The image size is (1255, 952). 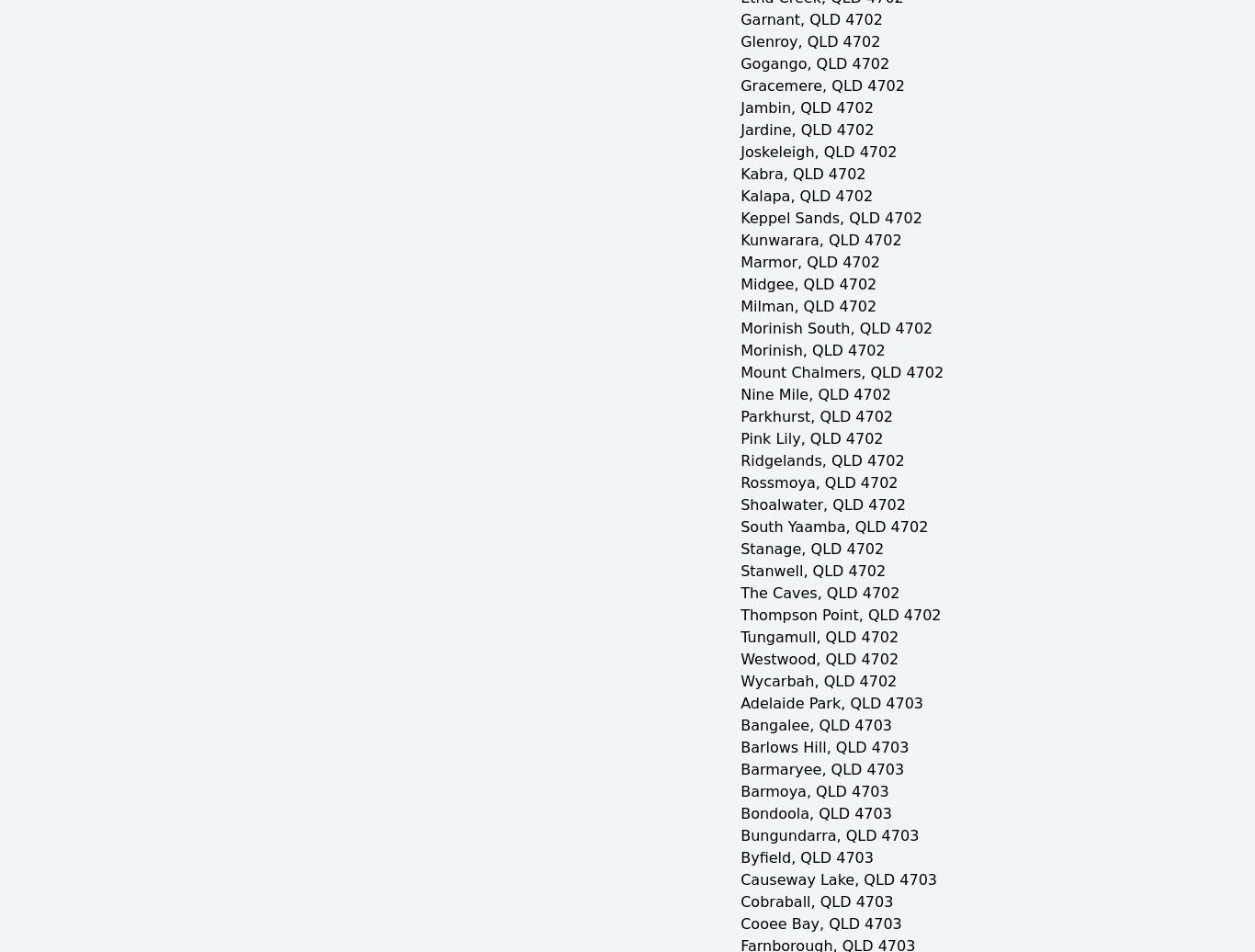 What do you see at coordinates (739, 482) in the screenshot?
I see `'Rossmoya, QLD 4702'` at bounding box center [739, 482].